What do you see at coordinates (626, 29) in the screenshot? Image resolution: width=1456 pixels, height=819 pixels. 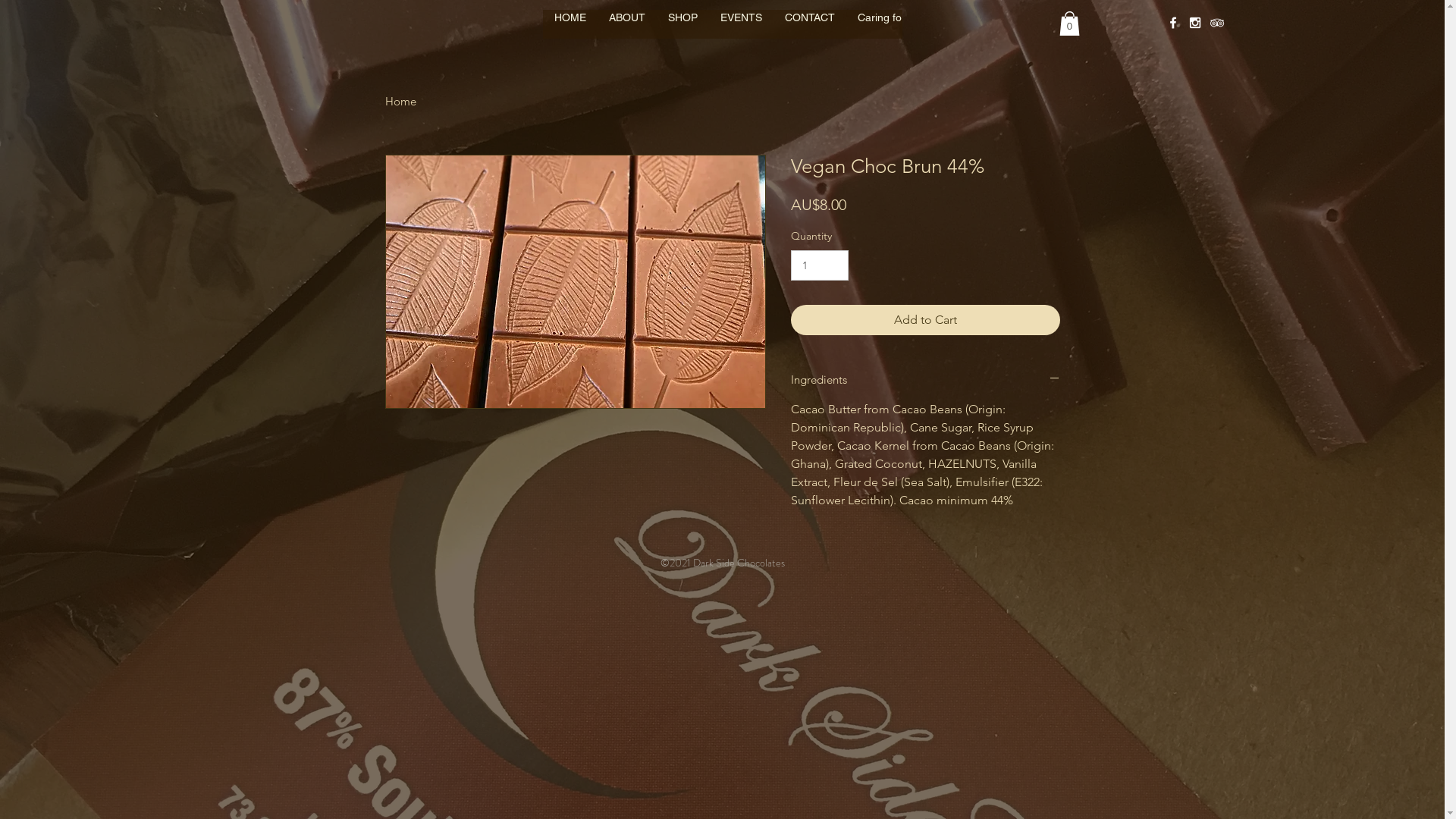 I see `'ABOUT'` at bounding box center [626, 29].